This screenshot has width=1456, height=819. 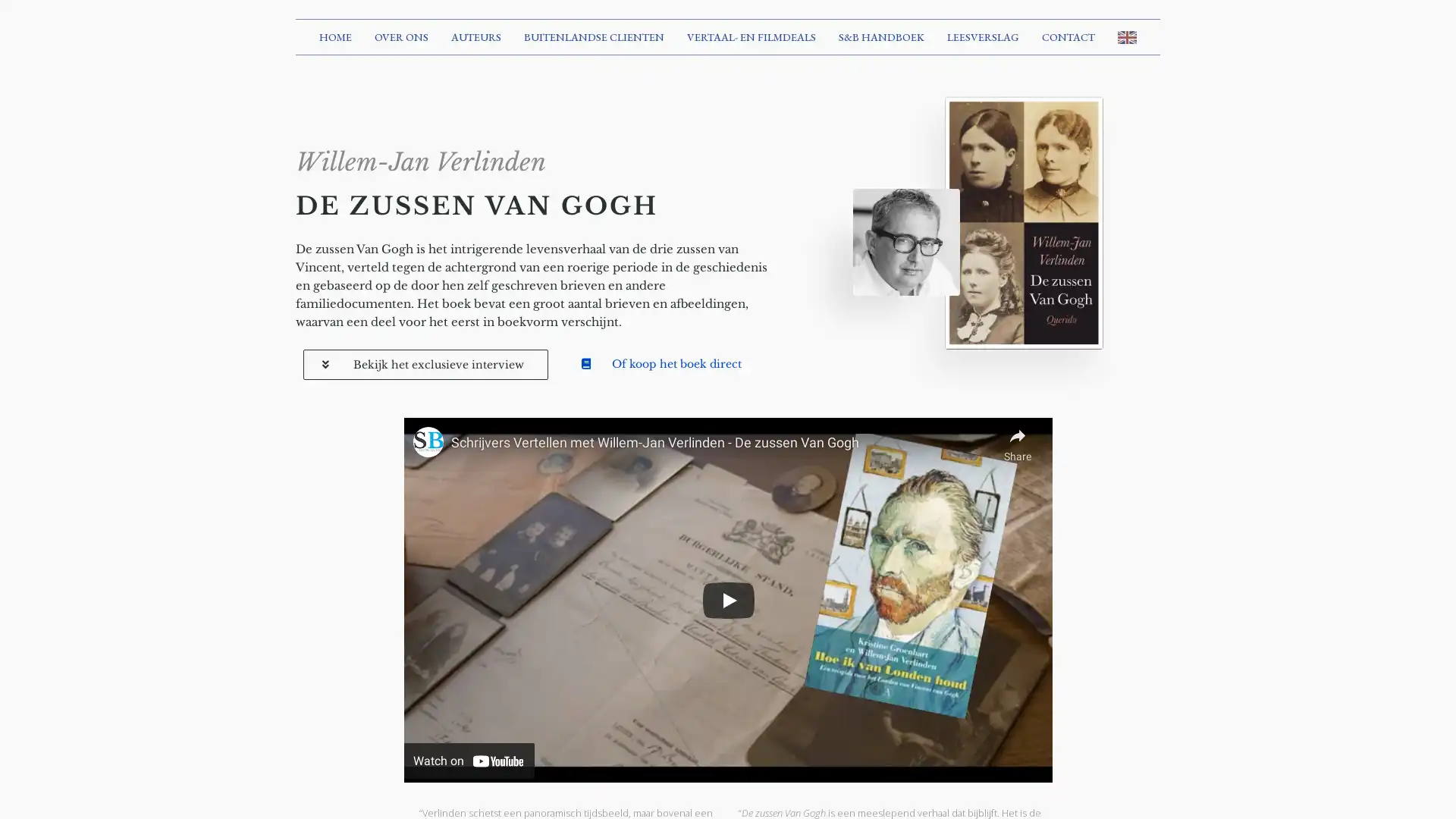 What do you see at coordinates (425, 365) in the screenshot?
I see `Bekijk het exclusieve interview` at bounding box center [425, 365].